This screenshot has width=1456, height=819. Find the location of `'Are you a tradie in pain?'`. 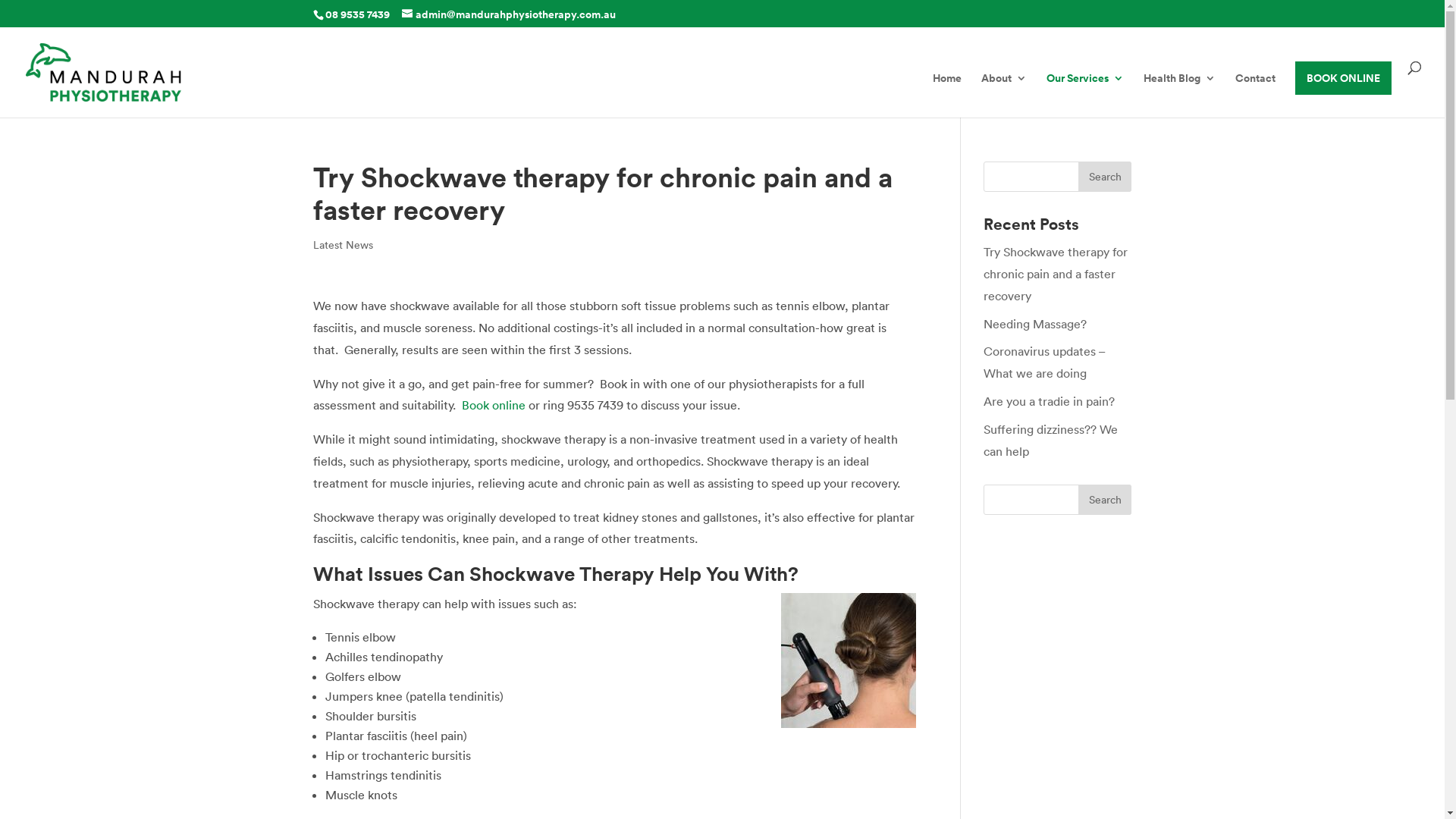

'Are you a tradie in pain?' is located at coordinates (1048, 400).